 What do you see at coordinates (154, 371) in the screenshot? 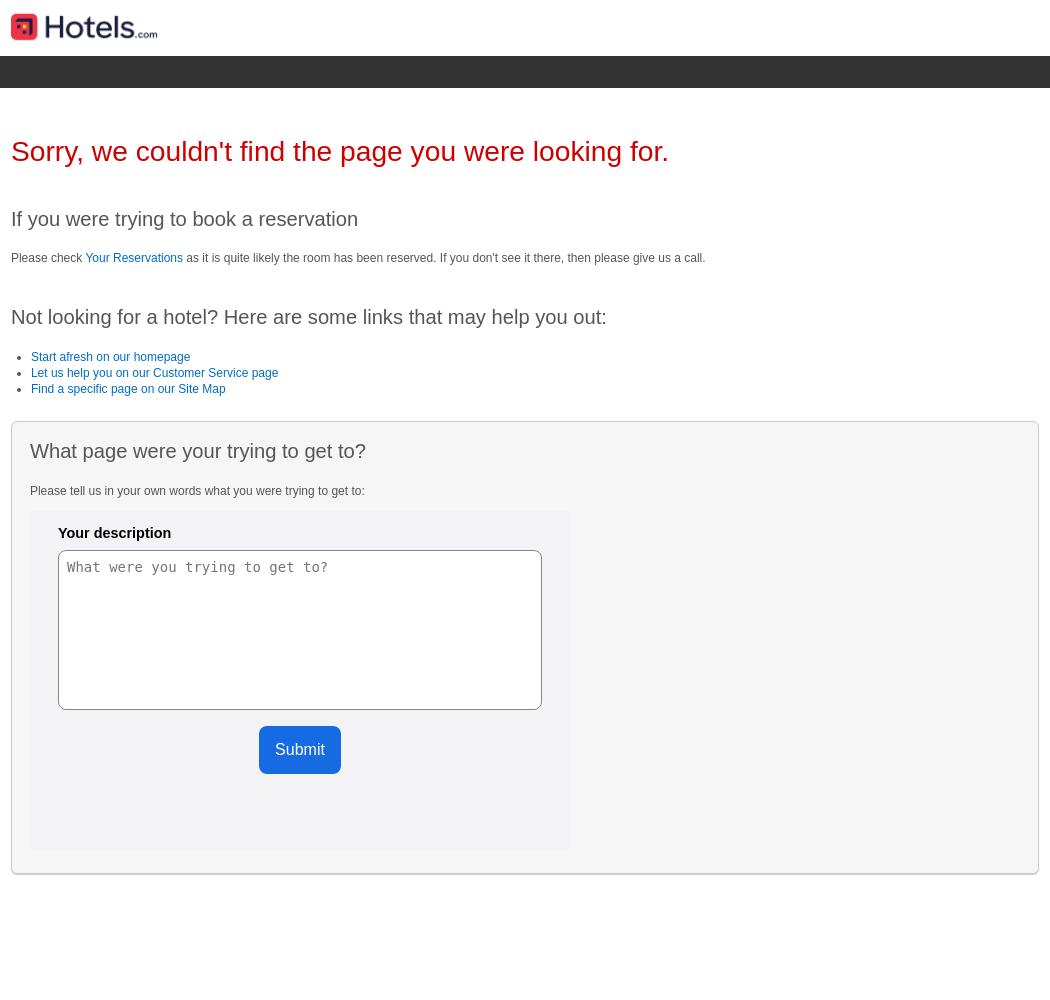
I see `'Let us help you on our Customer Service page'` at bounding box center [154, 371].